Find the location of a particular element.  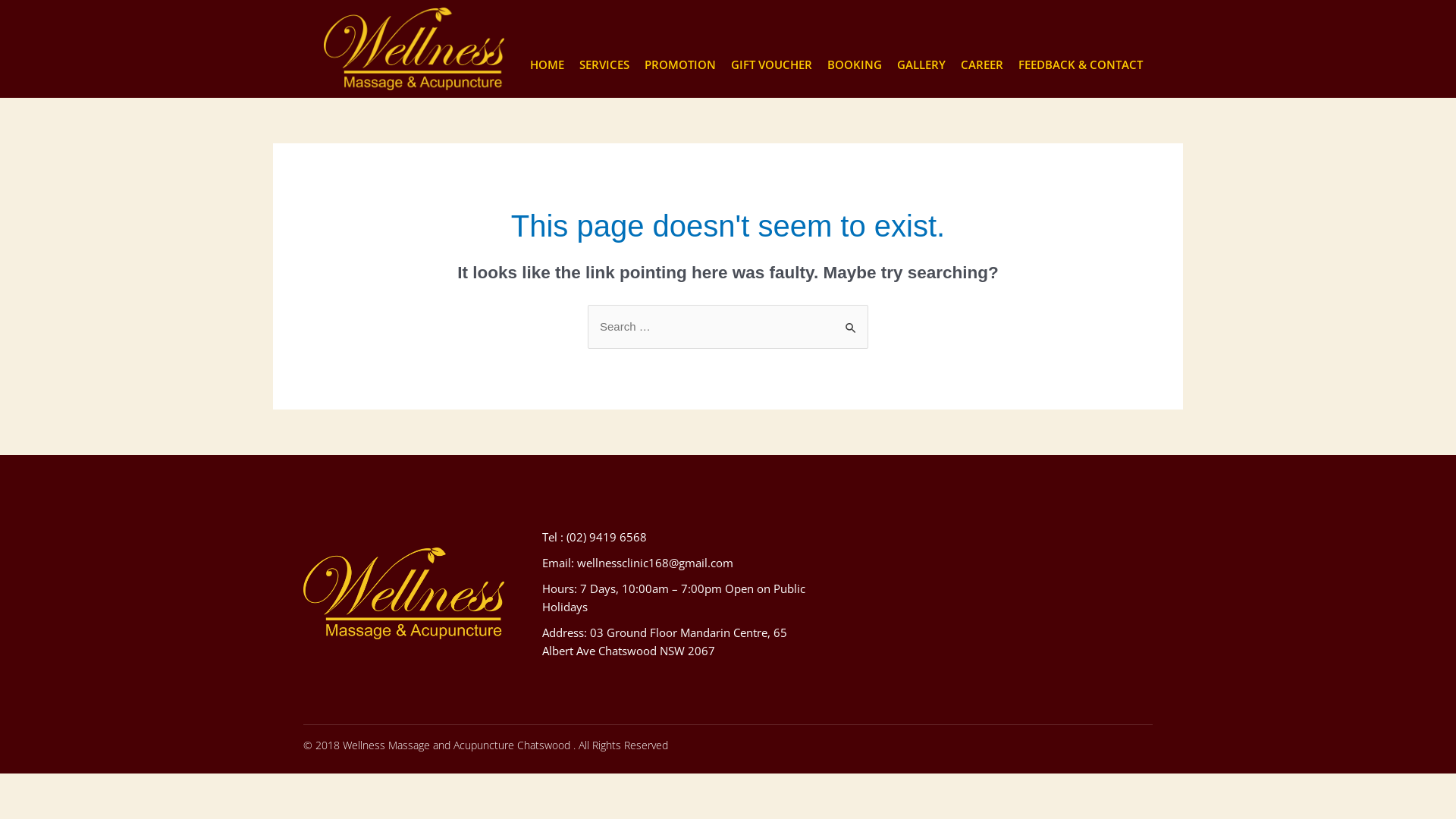

'Search' is located at coordinates (851, 319).